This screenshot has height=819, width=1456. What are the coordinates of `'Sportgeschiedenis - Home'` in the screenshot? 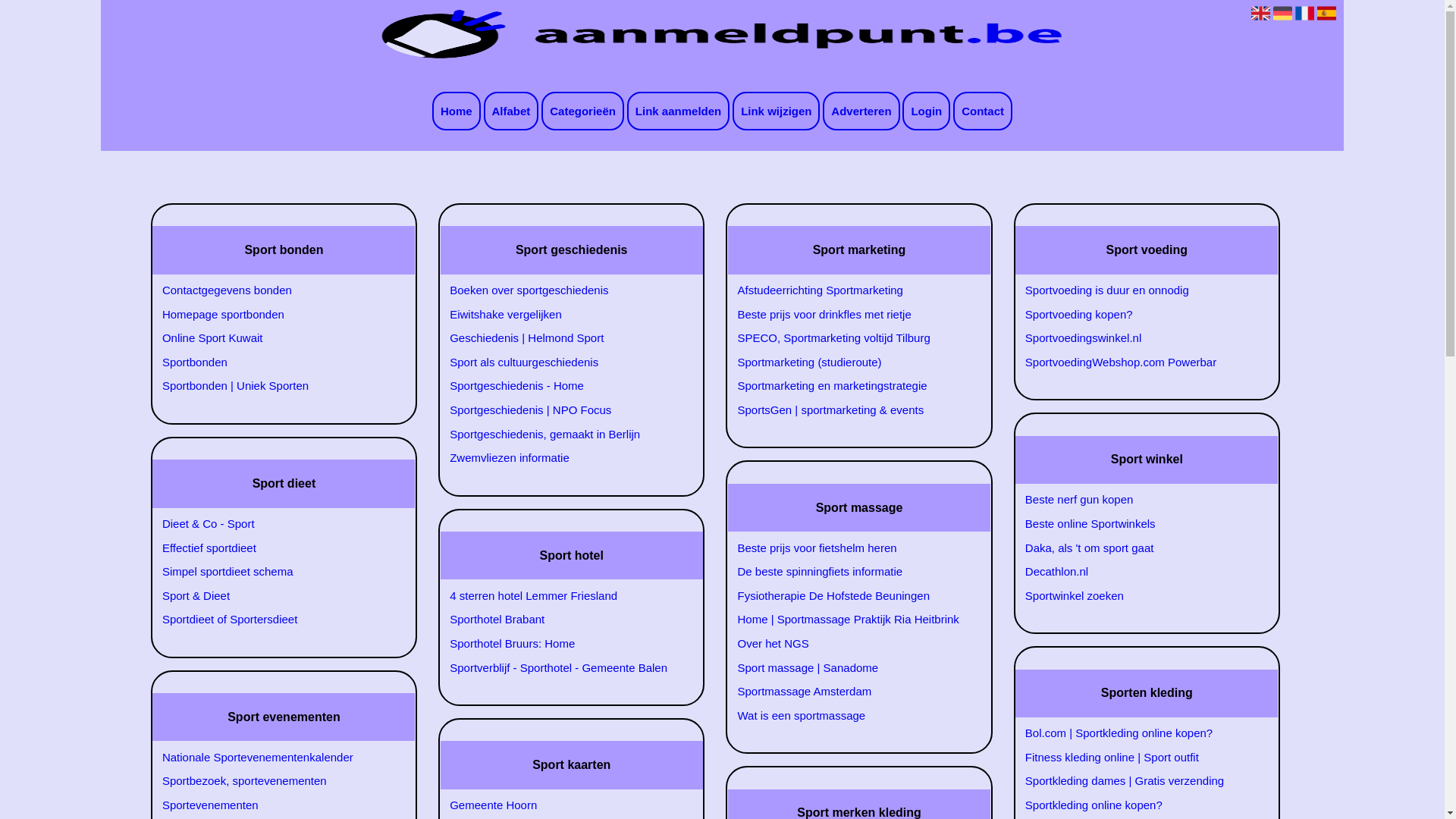 It's located at (562, 385).